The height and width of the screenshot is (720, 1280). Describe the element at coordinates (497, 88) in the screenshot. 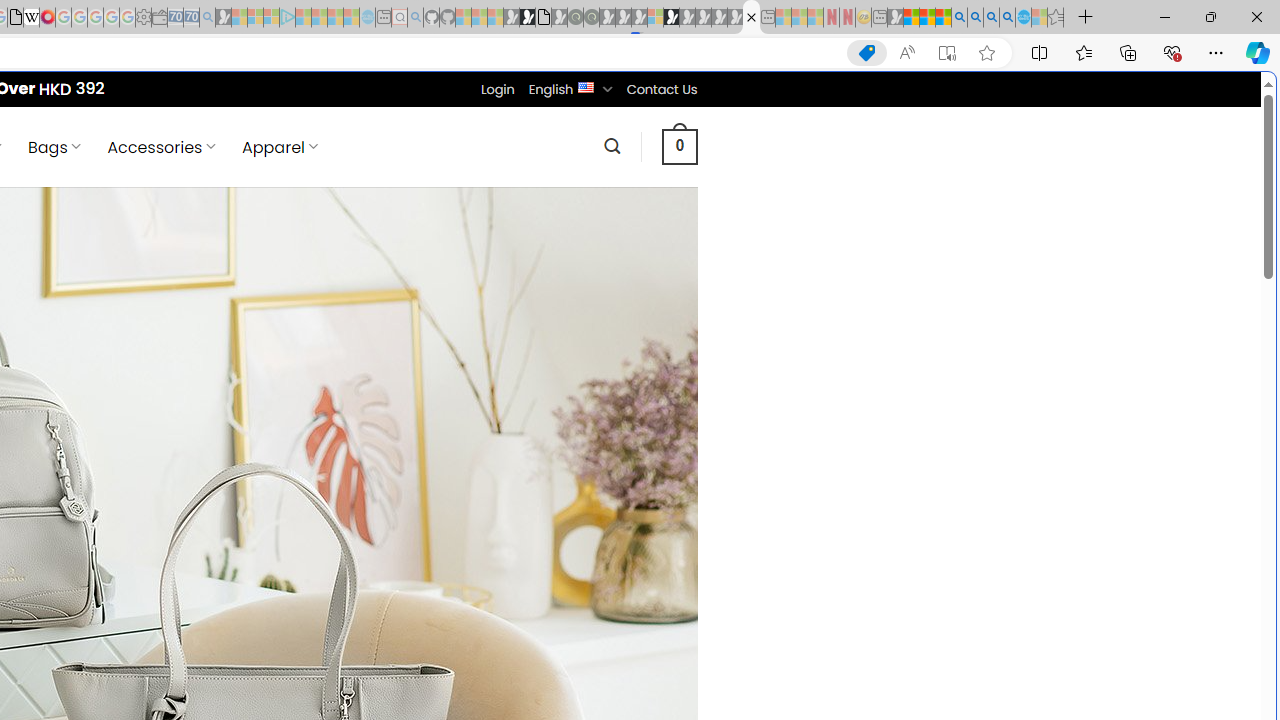

I see `'Login'` at that location.